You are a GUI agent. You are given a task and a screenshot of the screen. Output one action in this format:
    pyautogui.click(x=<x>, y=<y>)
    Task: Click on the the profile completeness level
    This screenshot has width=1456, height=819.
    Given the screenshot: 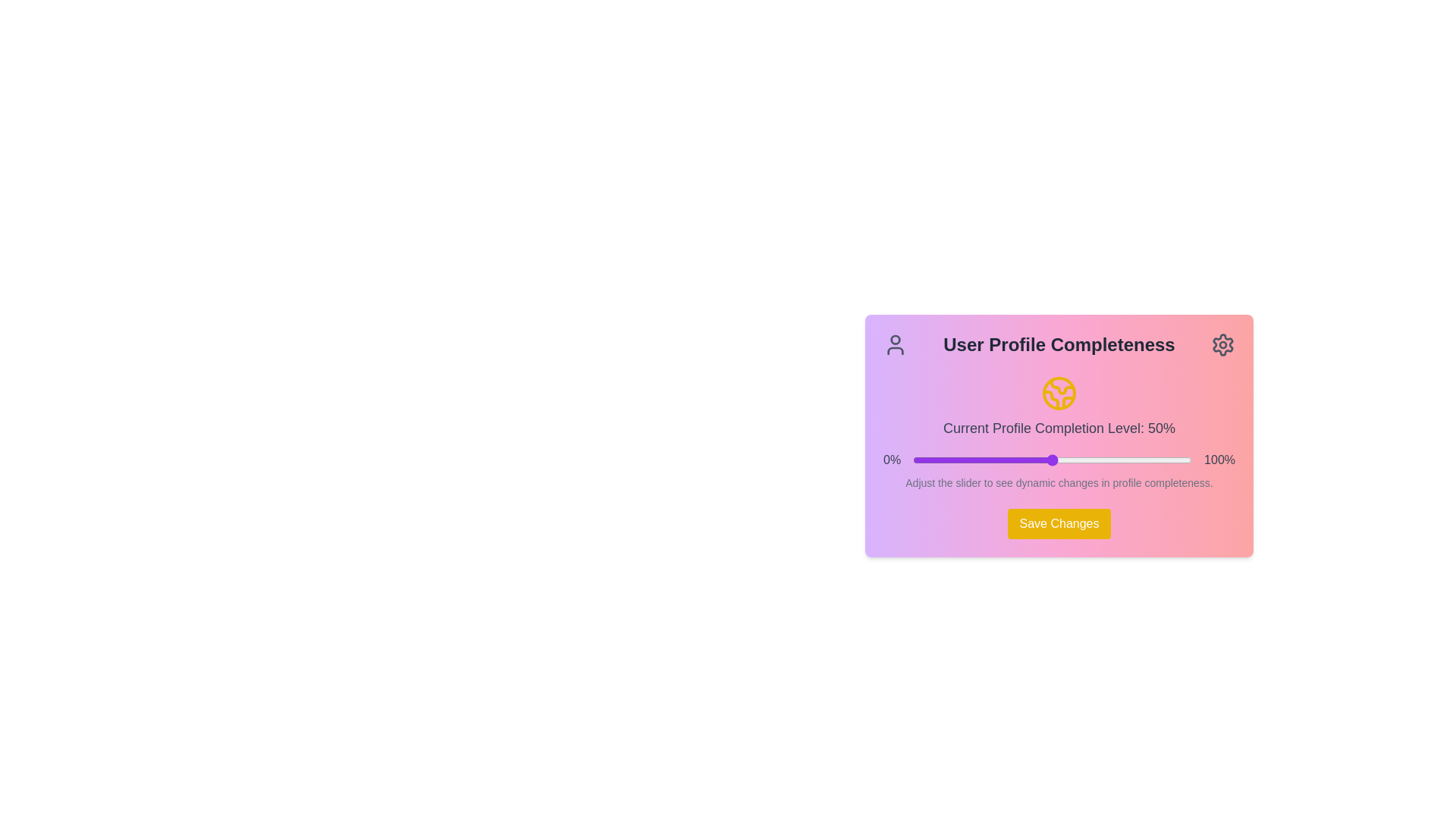 What is the action you would take?
    pyautogui.click(x=1097, y=459)
    